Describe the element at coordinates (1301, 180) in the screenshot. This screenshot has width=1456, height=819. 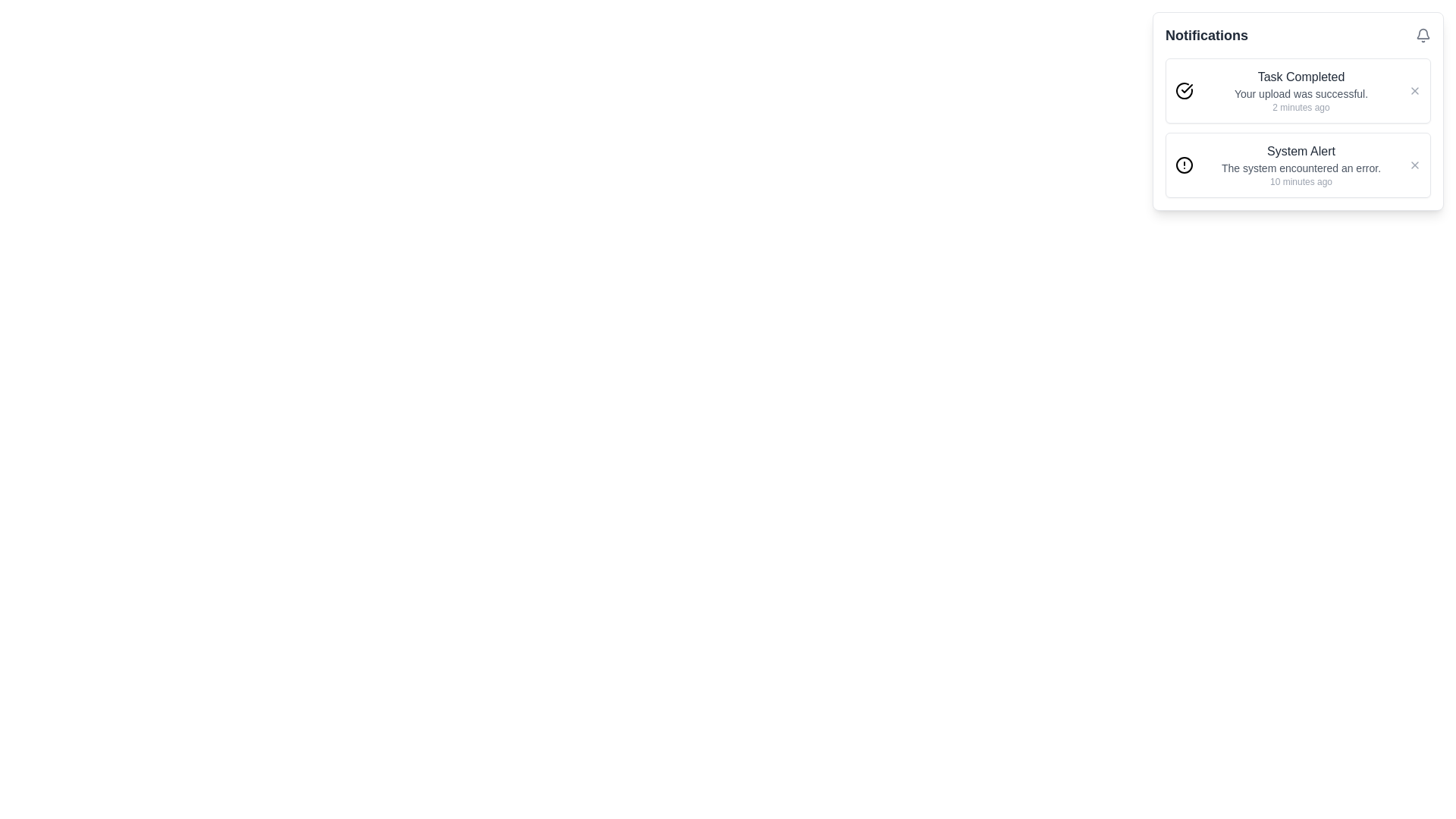
I see `the text label that reads '10 minutes ago', which is located at the bottom of the alert notification in a subdued gray color` at that location.